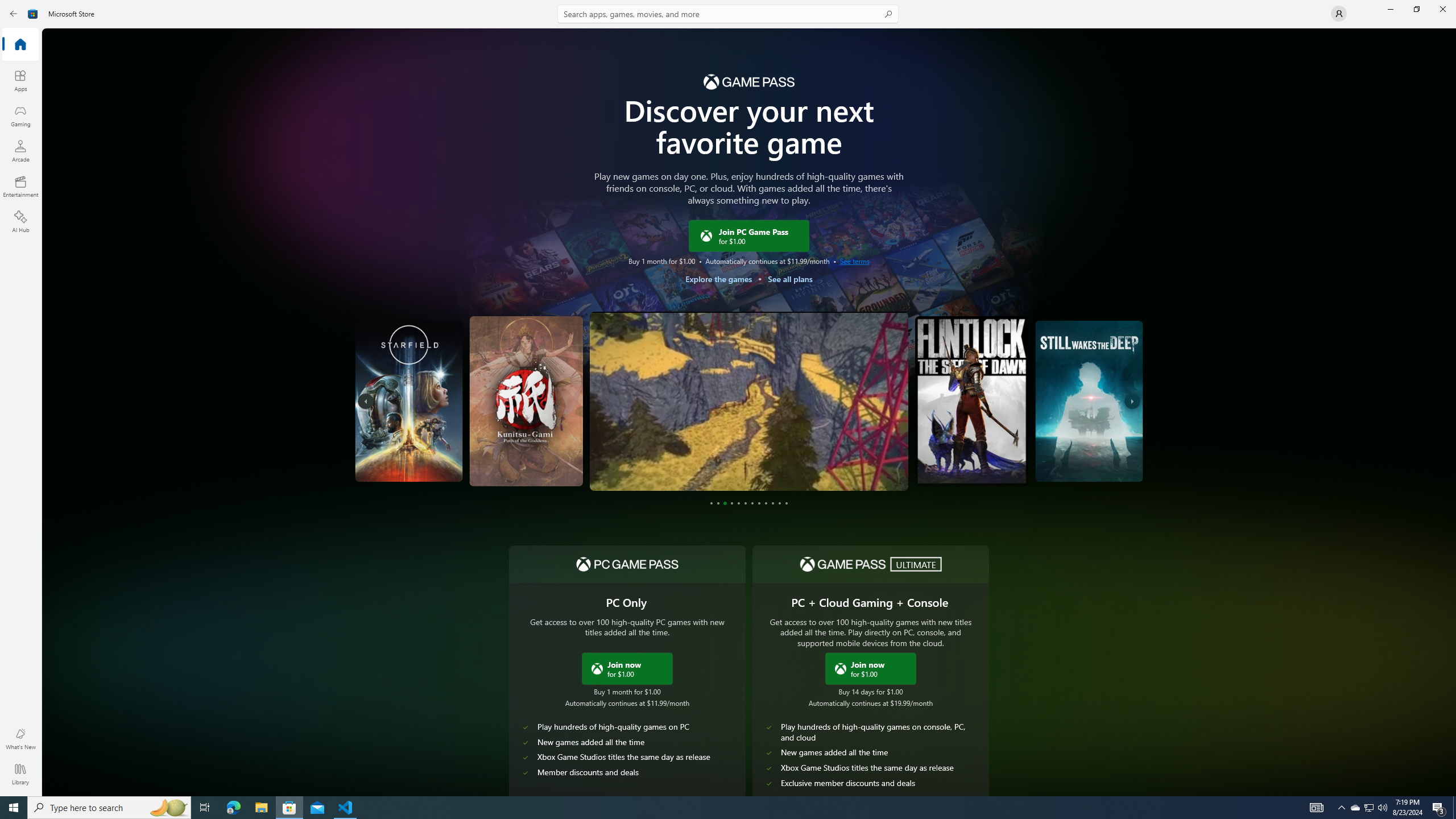  Describe the element at coordinates (974, 400) in the screenshot. I see `'Flintlock: The Siege of Dawn'` at that location.